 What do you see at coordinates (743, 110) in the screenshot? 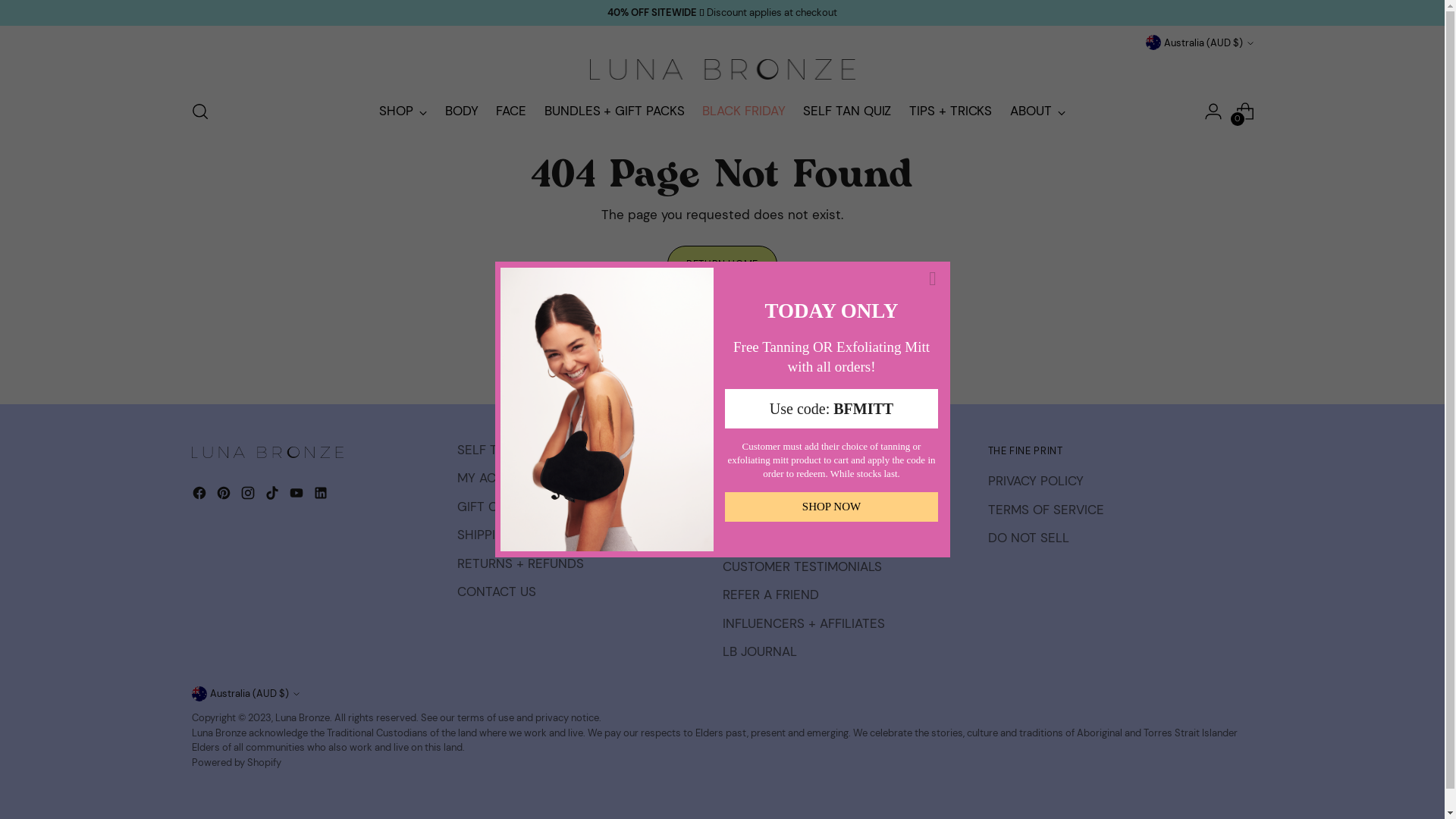
I see `'BLACK FRIDAY'` at bounding box center [743, 110].